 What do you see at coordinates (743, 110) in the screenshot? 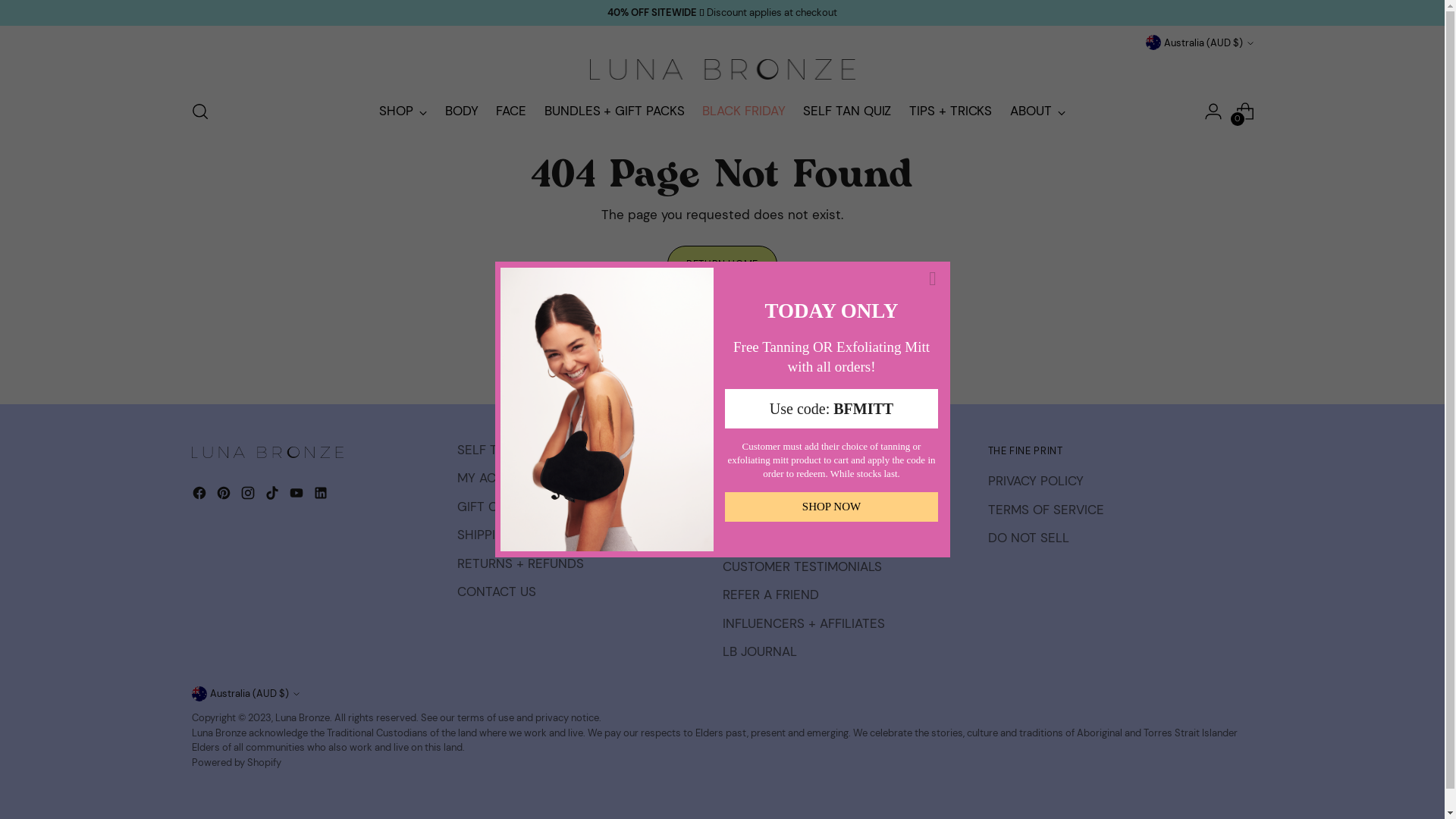
I see `'BLACK FRIDAY'` at bounding box center [743, 110].